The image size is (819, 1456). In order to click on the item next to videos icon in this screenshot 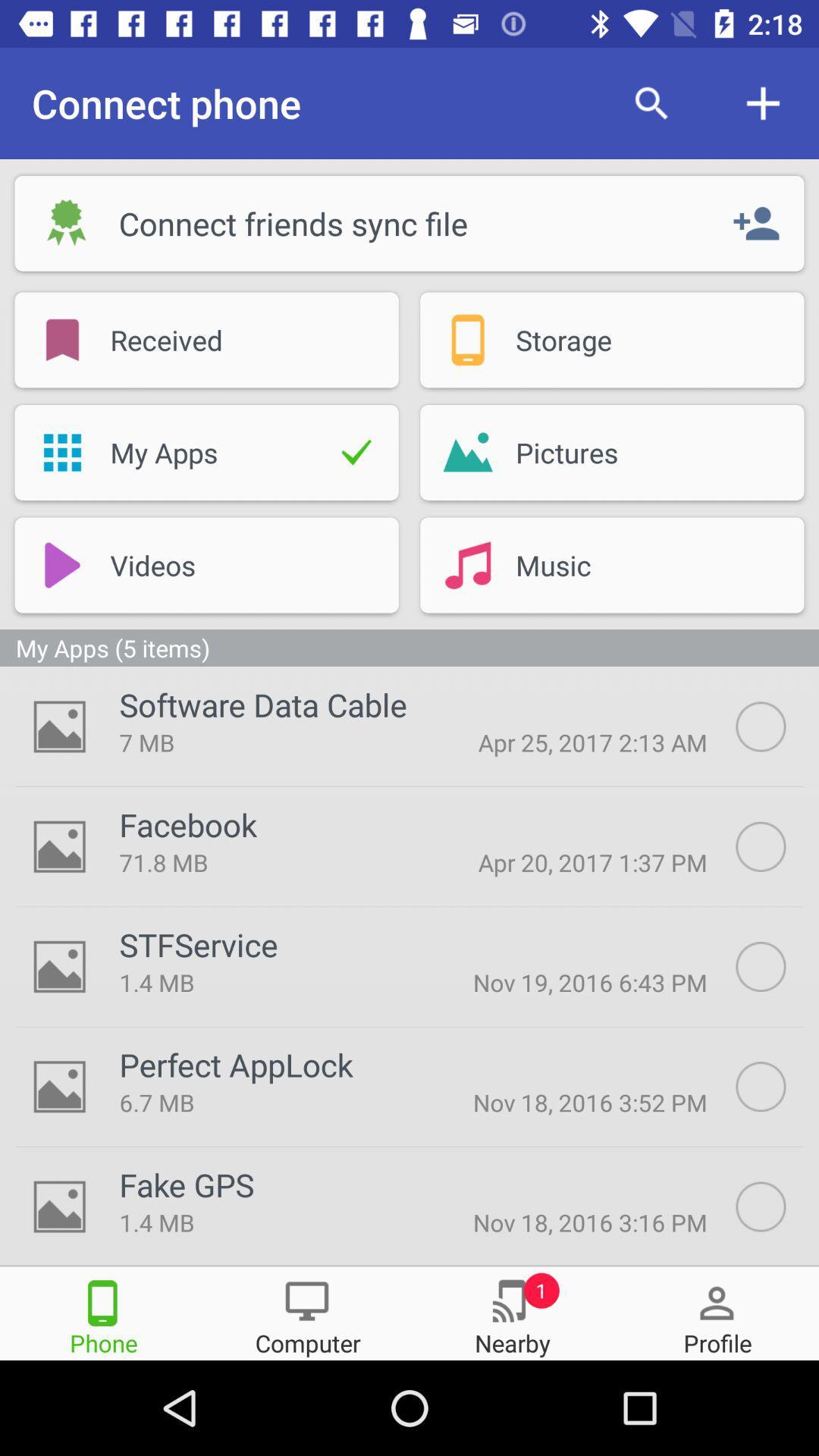, I will do `click(61, 564)`.